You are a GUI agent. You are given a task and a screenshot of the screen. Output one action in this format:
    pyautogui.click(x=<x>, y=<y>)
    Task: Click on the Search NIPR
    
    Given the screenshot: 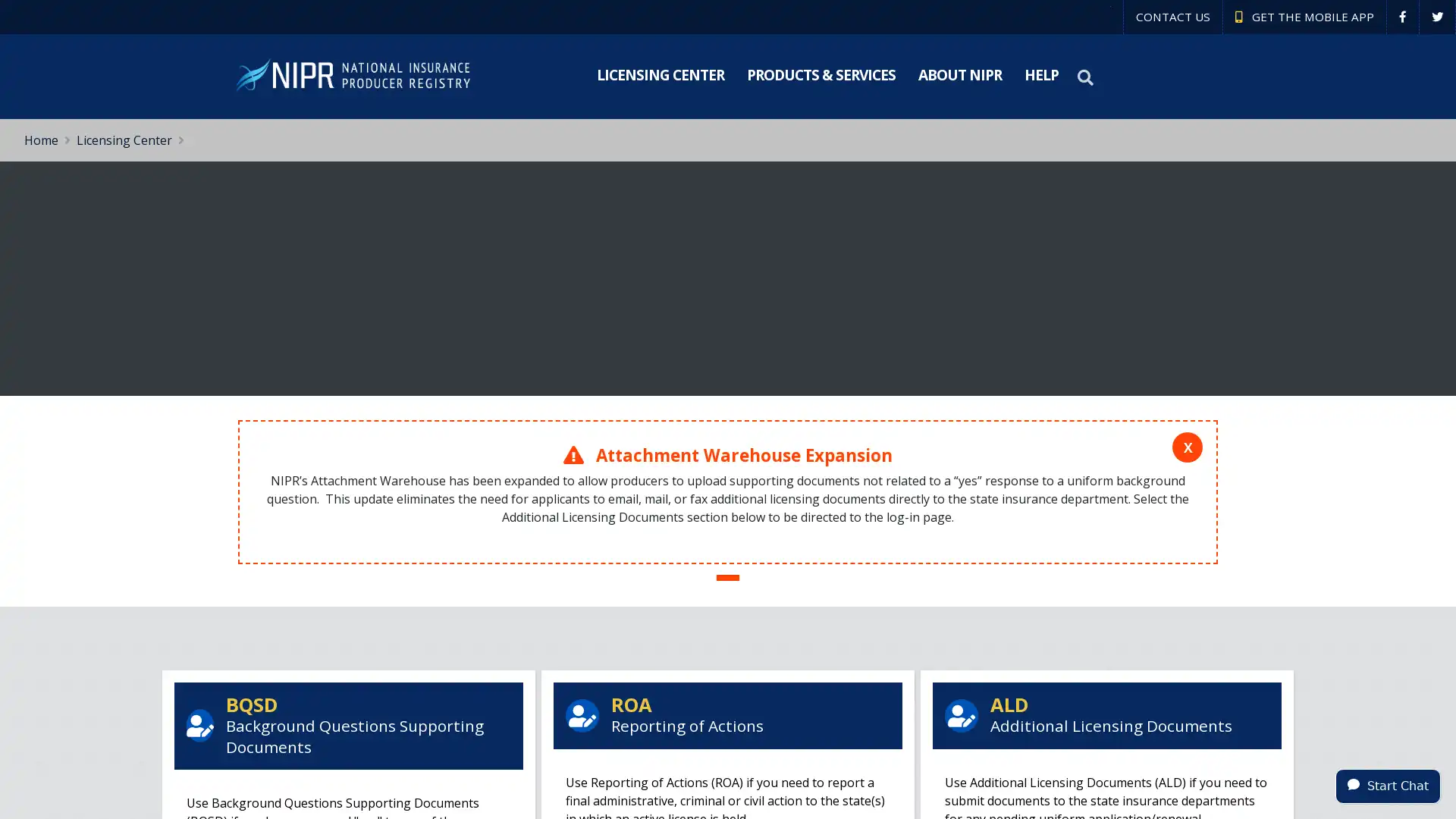 What is the action you would take?
    pyautogui.click(x=1087, y=77)
    